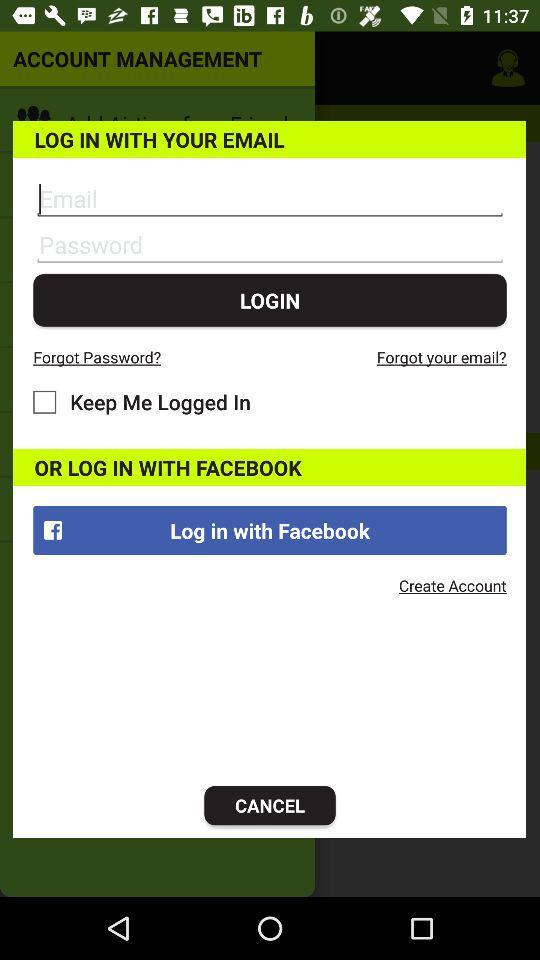 This screenshot has height=960, width=540. I want to click on the create account, so click(452, 585).